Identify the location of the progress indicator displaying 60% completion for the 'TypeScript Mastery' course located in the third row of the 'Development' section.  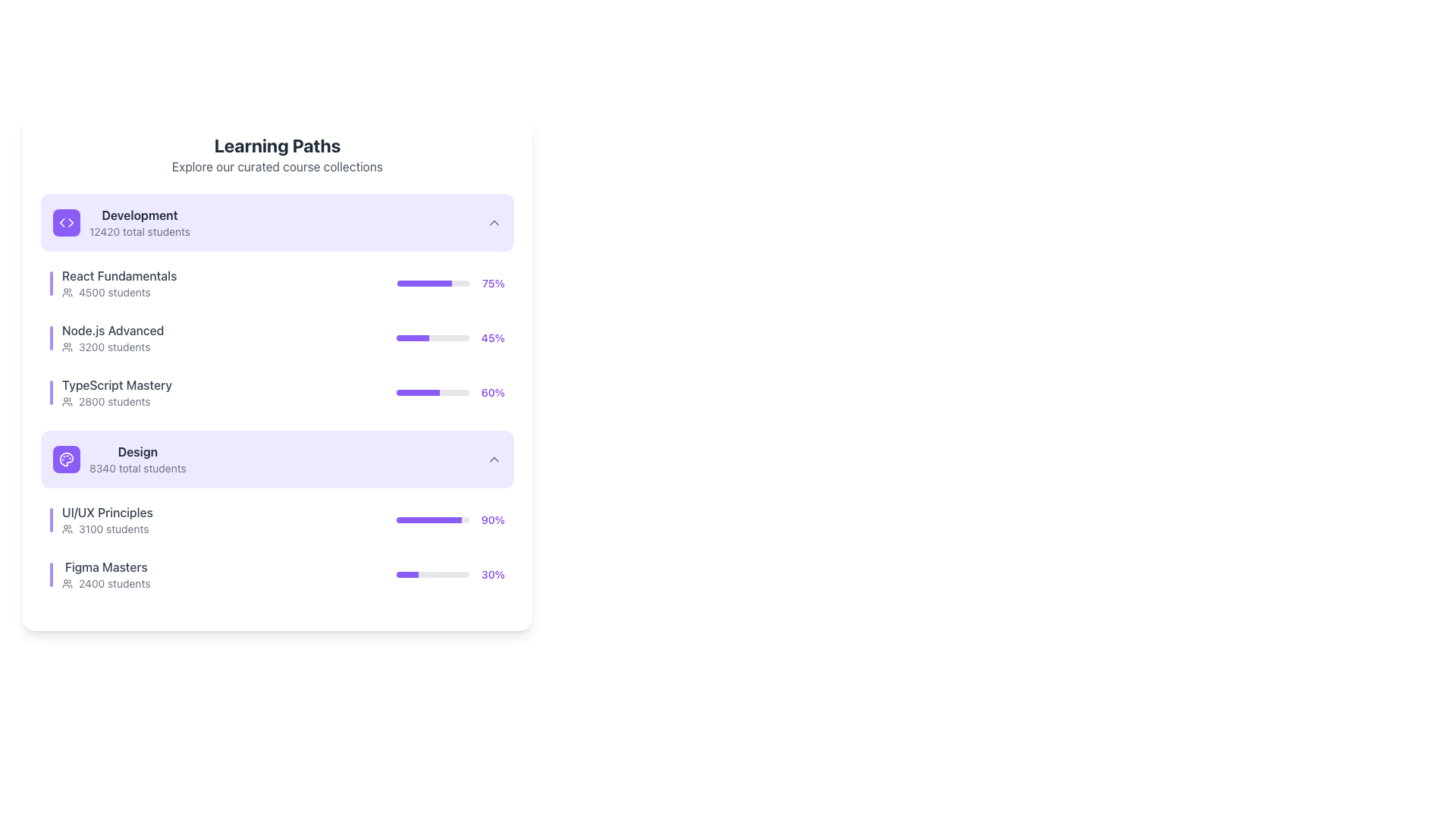
(450, 391).